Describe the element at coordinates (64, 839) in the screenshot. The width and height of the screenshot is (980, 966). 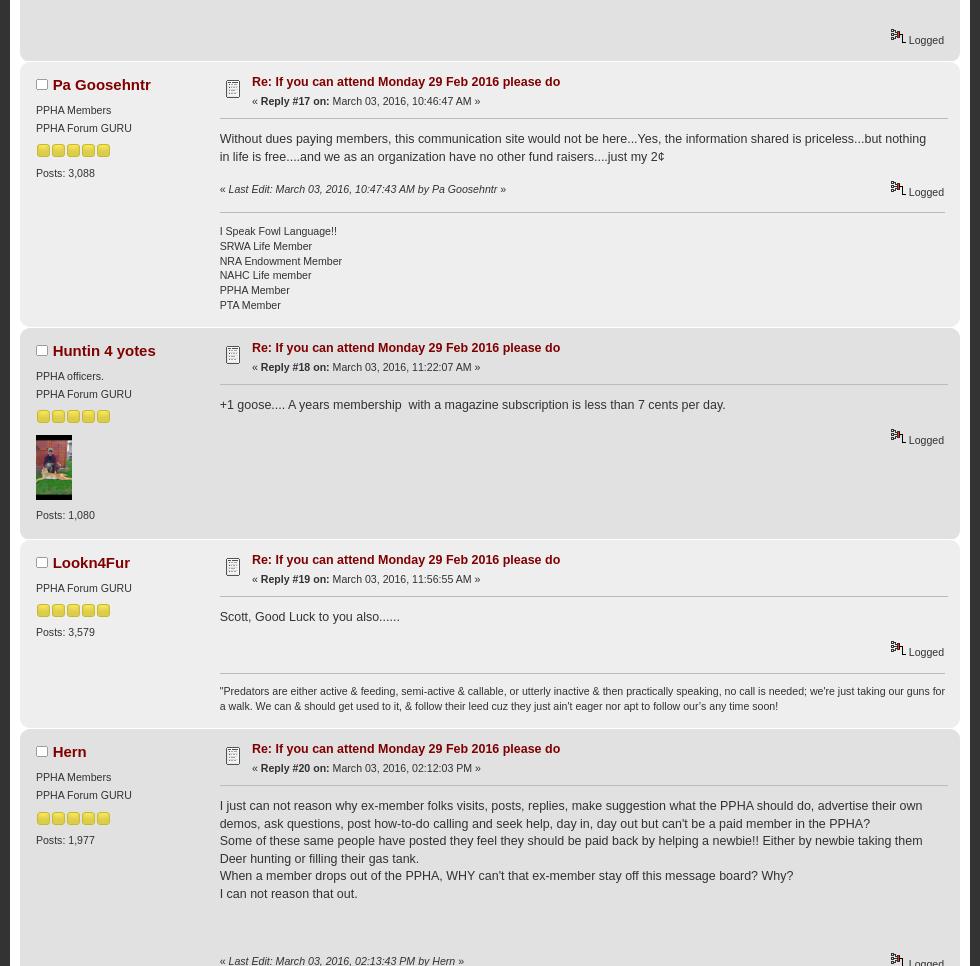
I see `'Posts: 1,977'` at that location.